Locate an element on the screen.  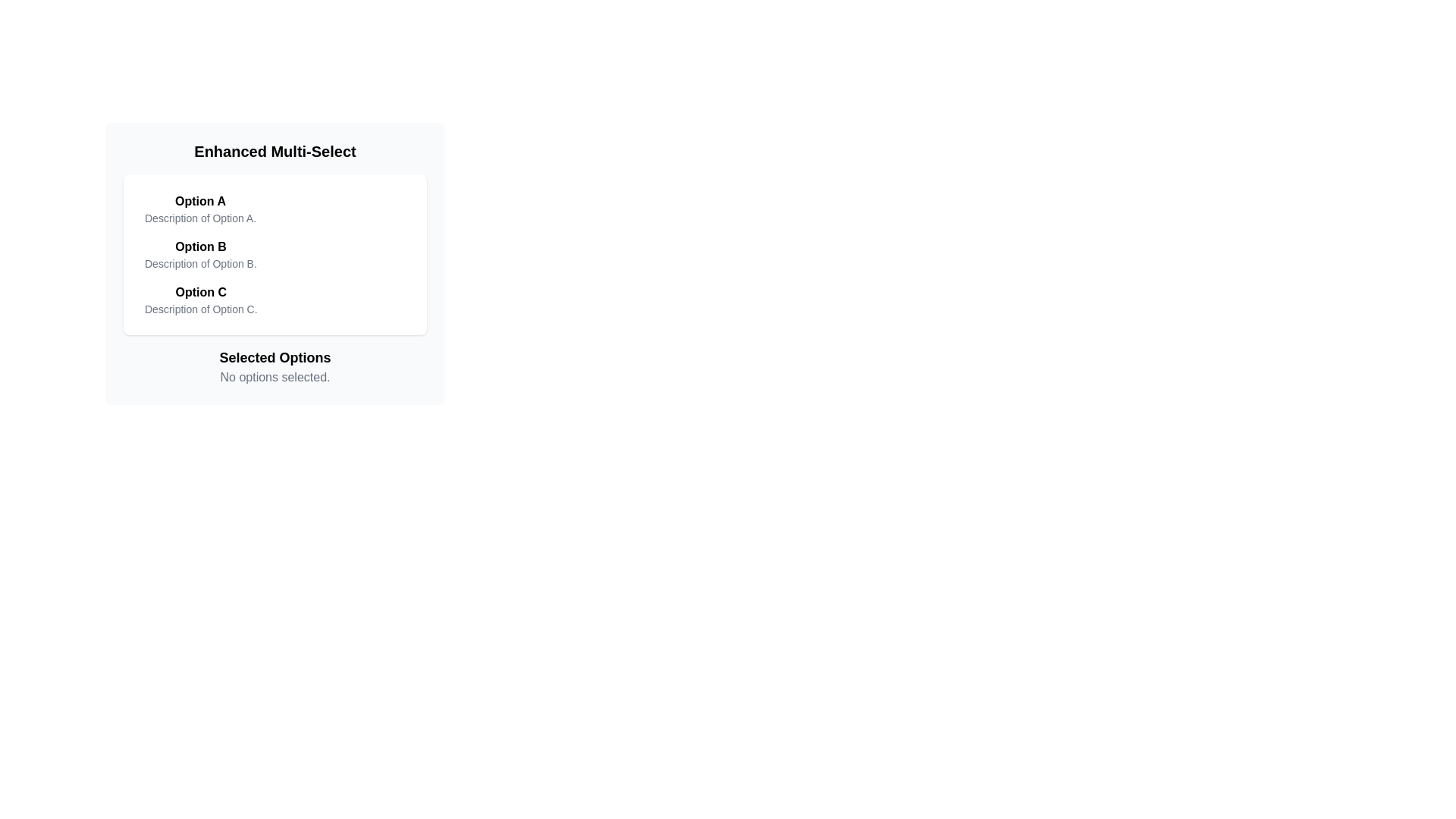
the paragraph text element displaying 'Description of Option B.' which is located directly beneath the title 'Option B' within the 'Enhanced Multi-Select' card is located at coordinates (199, 262).